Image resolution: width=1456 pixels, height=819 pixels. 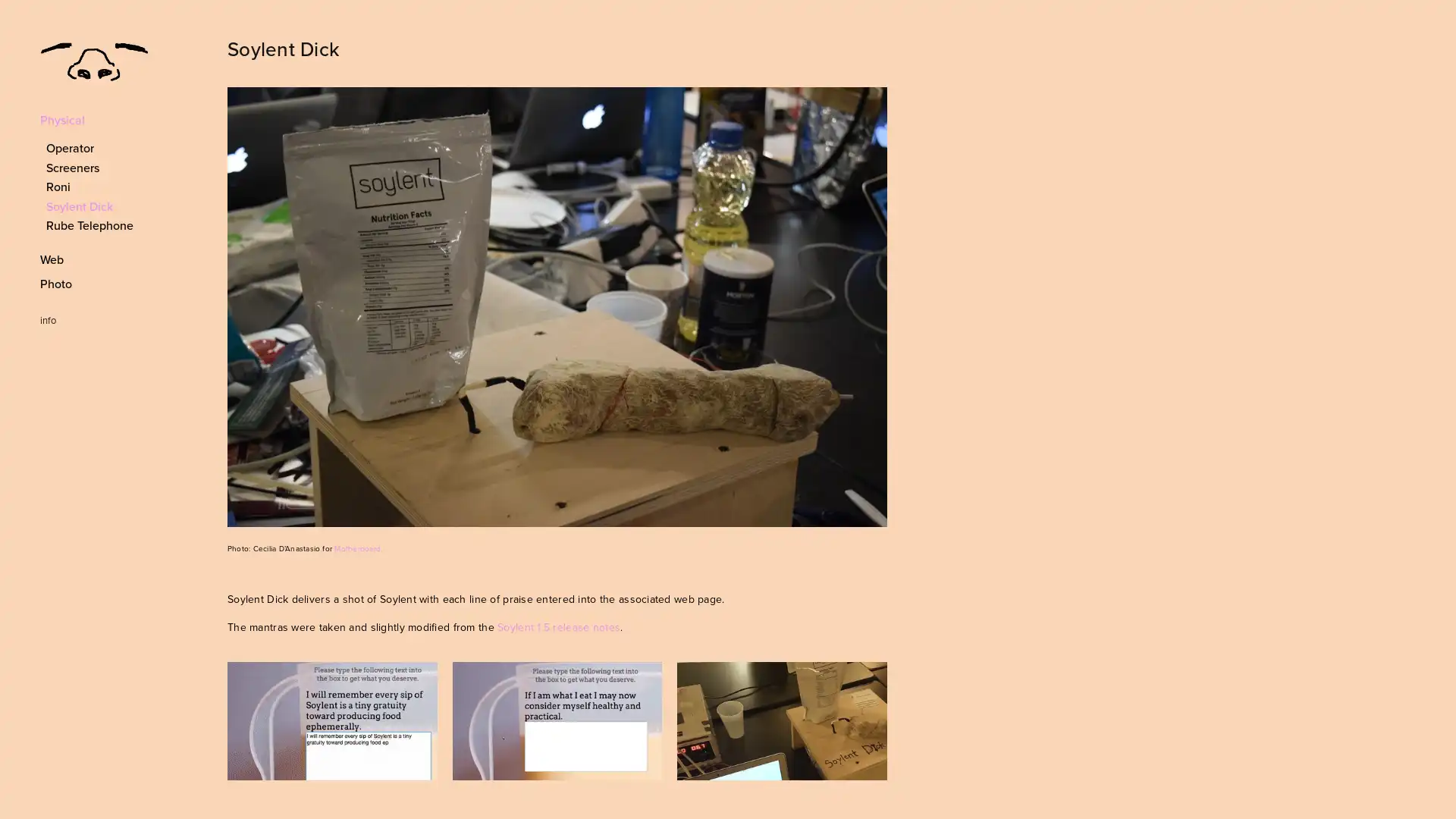 I want to click on View fullsize soylent-dick-mantras.gif, so click(x=556, y=720).